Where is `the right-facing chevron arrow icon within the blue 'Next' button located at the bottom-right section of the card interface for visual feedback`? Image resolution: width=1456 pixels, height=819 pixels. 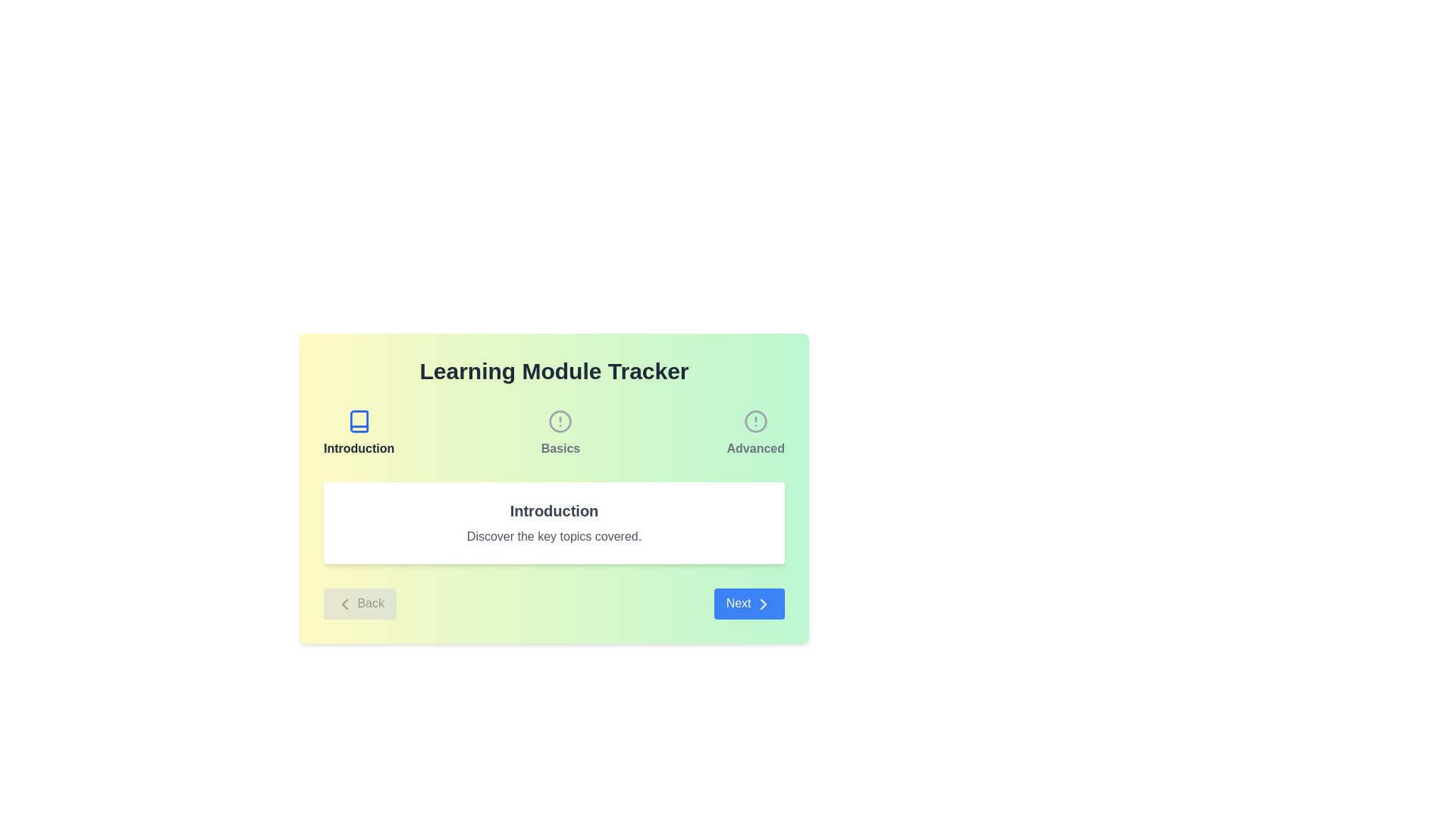
the right-facing chevron arrow icon within the blue 'Next' button located at the bottom-right section of the card interface for visual feedback is located at coordinates (764, 602).